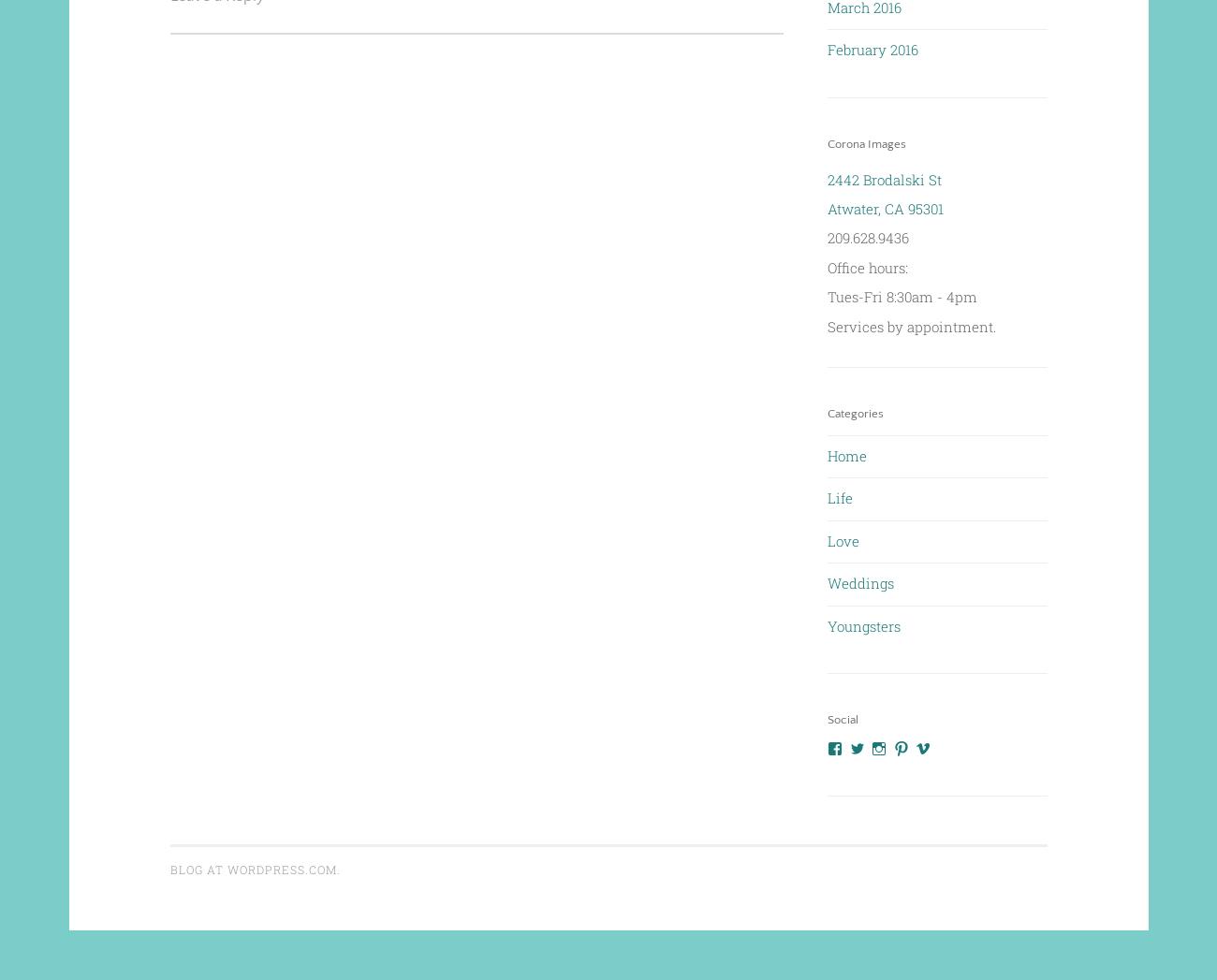 This screenshot has height=980, width=1217. I want to click on '209.628.9436', so click(868, 238).